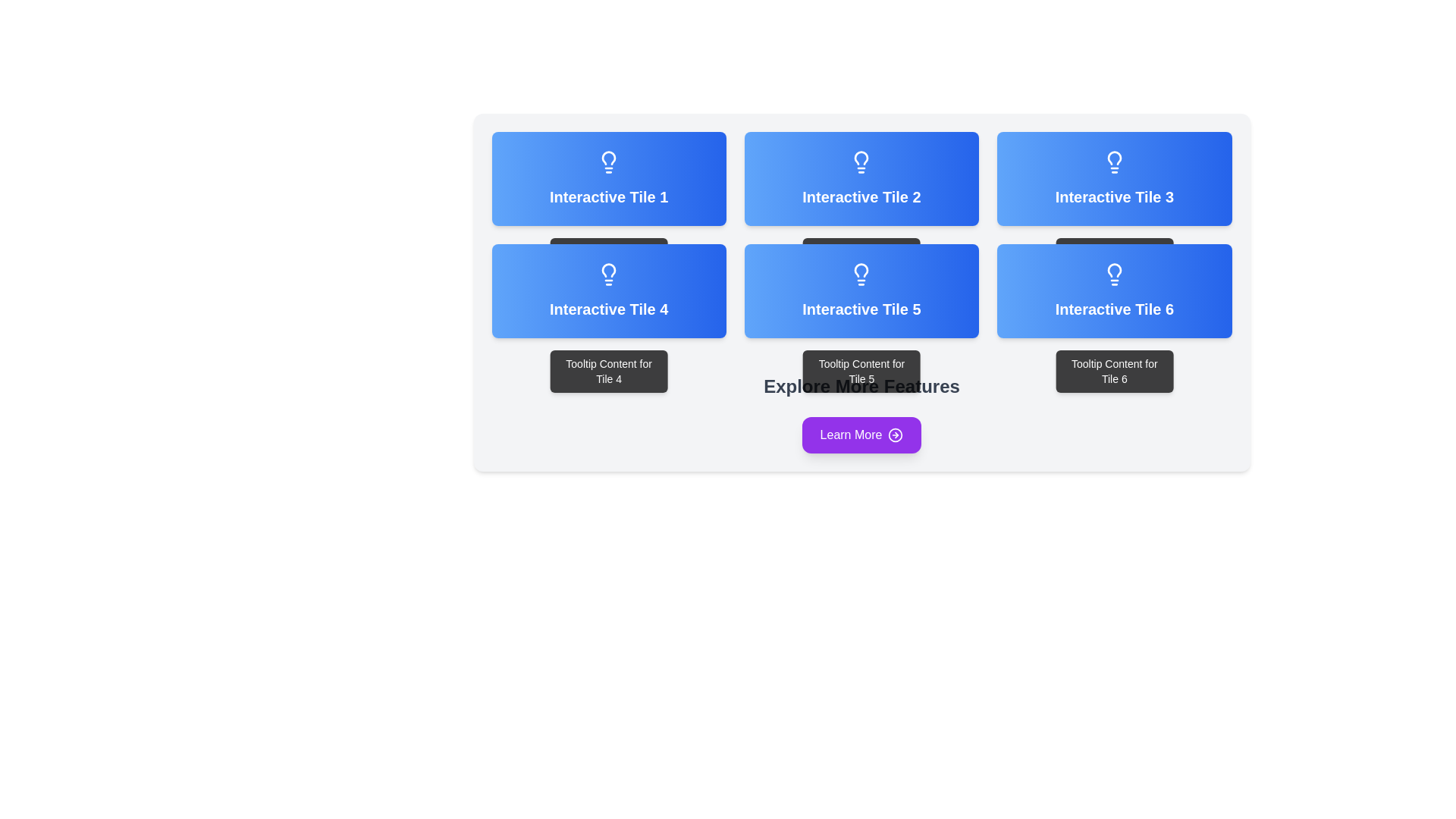  Describe the element at coordinates (609, 177) in the screenshot. I see `the button-like tile labeled 'Interactive Tile 1', which is a rectangular tile with a gradient background from blue to purple and a centered light bulb icon` at that location.